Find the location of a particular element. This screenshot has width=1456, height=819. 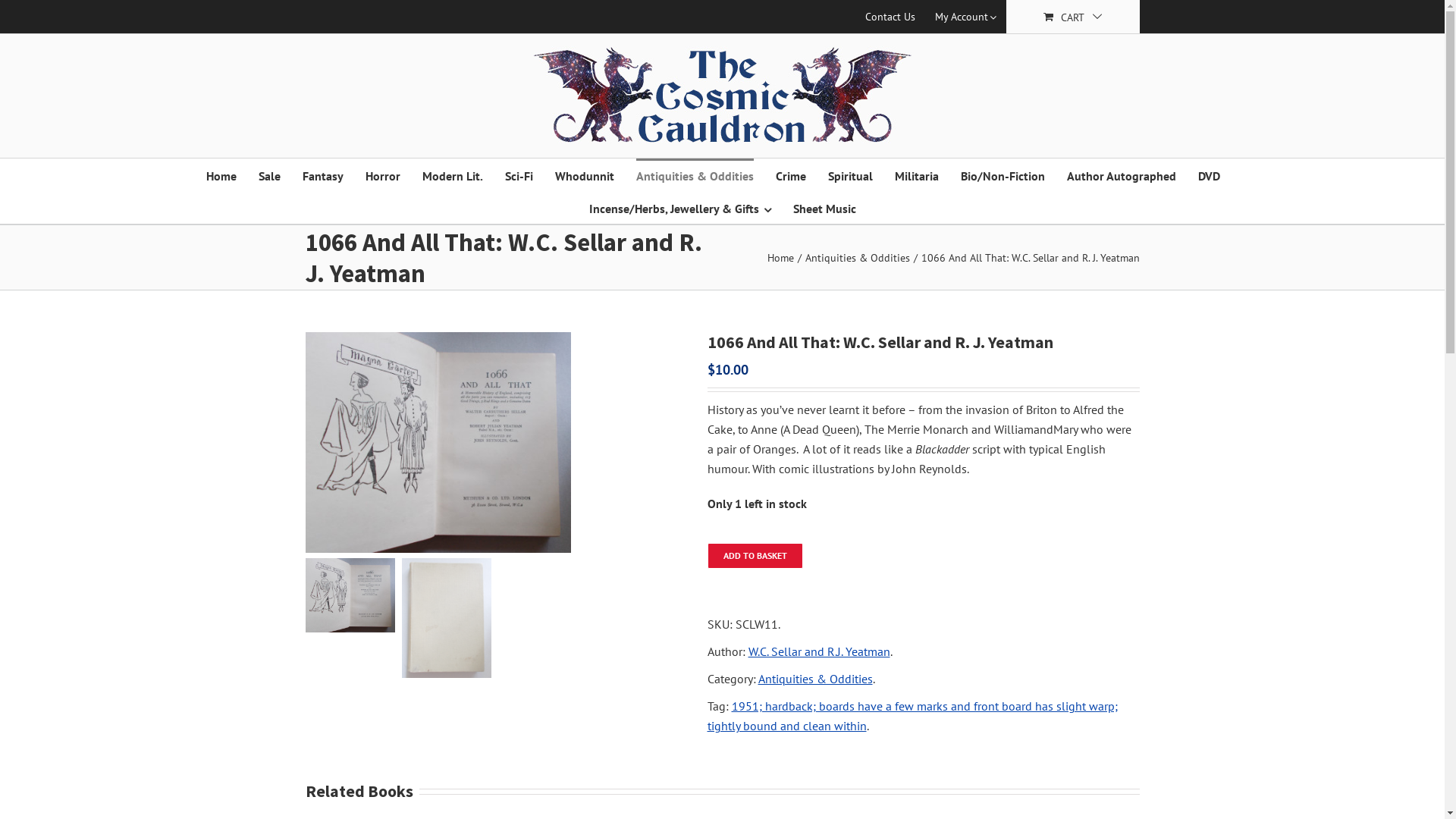

'Home' is located at coordinates (780, 256).